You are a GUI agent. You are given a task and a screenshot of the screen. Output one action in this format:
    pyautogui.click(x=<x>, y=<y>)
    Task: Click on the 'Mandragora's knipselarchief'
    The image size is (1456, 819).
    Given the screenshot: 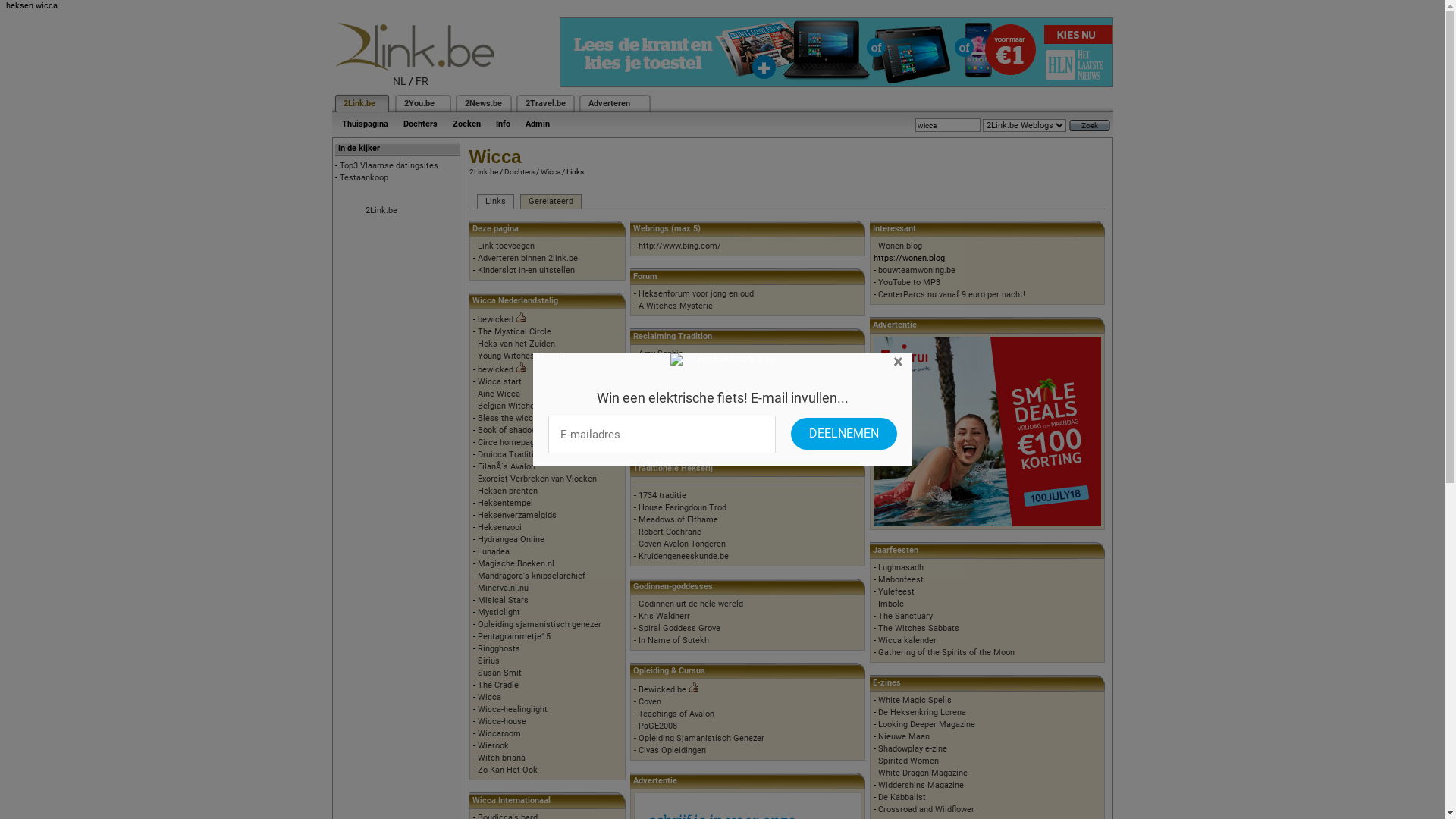 What is the action you would take?
    pyautogui.click(x=531, y=576)
    